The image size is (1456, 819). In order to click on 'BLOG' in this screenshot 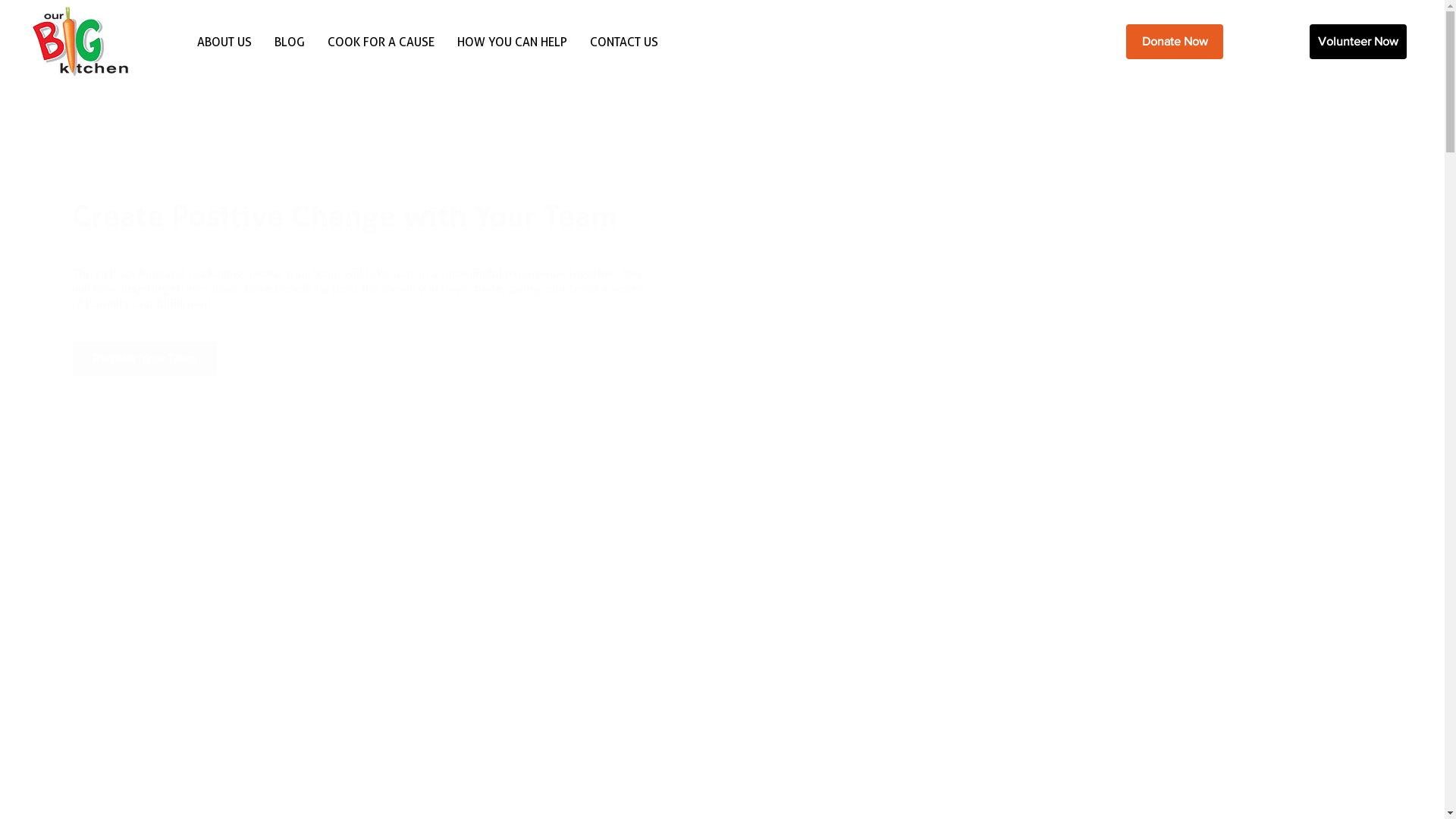, I will do `click(290, 40)`.